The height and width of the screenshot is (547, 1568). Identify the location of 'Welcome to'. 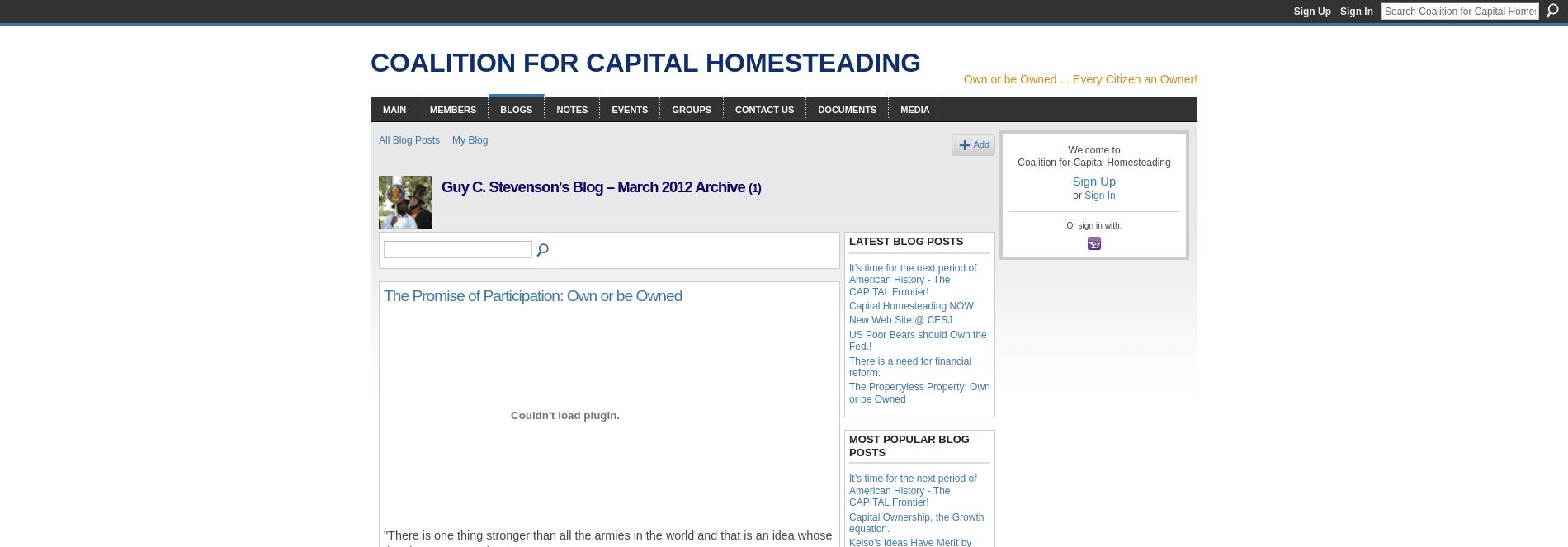
(1067, 149).